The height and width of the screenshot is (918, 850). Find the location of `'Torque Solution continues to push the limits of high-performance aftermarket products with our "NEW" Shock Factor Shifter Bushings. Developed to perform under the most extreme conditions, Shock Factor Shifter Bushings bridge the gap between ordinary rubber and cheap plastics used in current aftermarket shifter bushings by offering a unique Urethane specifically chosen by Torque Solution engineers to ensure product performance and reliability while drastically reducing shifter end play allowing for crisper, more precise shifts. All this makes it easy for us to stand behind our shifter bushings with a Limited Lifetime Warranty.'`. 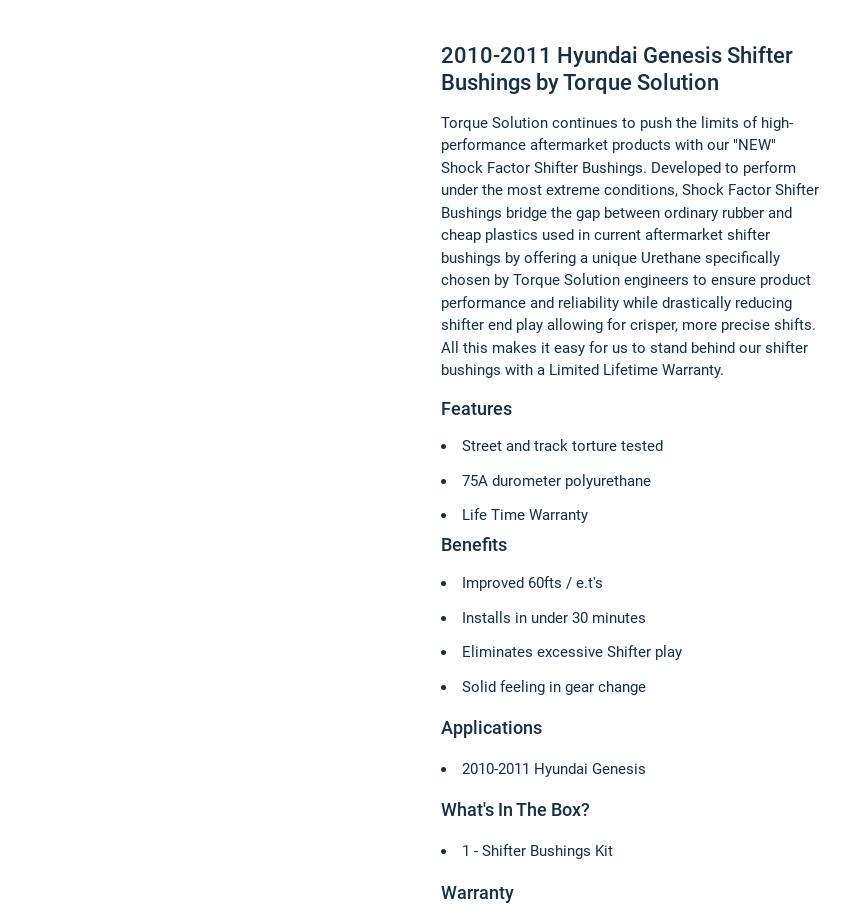

'Torque Solution continues to push the limits of high-performance aftermarket products with our "NEW" Shock Factor Shifter Bushings. Developed to perform under the most extreme conditions, Shock Factor Shifter Bushings bridge the gap between ordinary rubber and cheap plastics used in current aftermarket shifter bushings by offering a unique Urethane specifically chosen by Torque Solution engineers to ensure product performance and reliability while drastically reducing shifter end play allowing for crisper, more precise shifts. All this makes it easy for us to stand behind our shifter bushings with a Limited Lifetime Warranty.' is located at coordinates (439, 245).